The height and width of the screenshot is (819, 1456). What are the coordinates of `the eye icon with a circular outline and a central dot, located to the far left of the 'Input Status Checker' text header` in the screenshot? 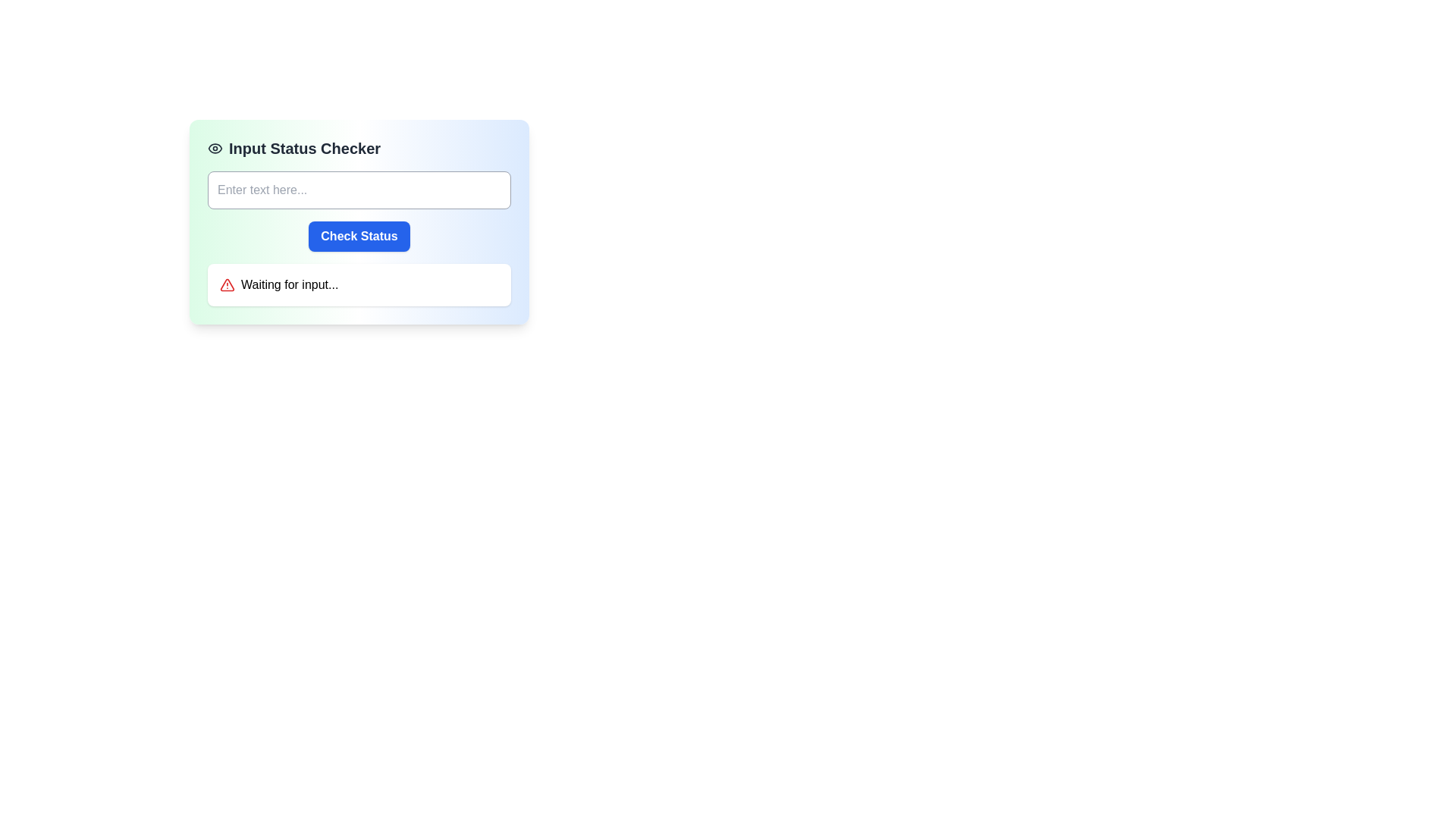 It's located at (214, 149).